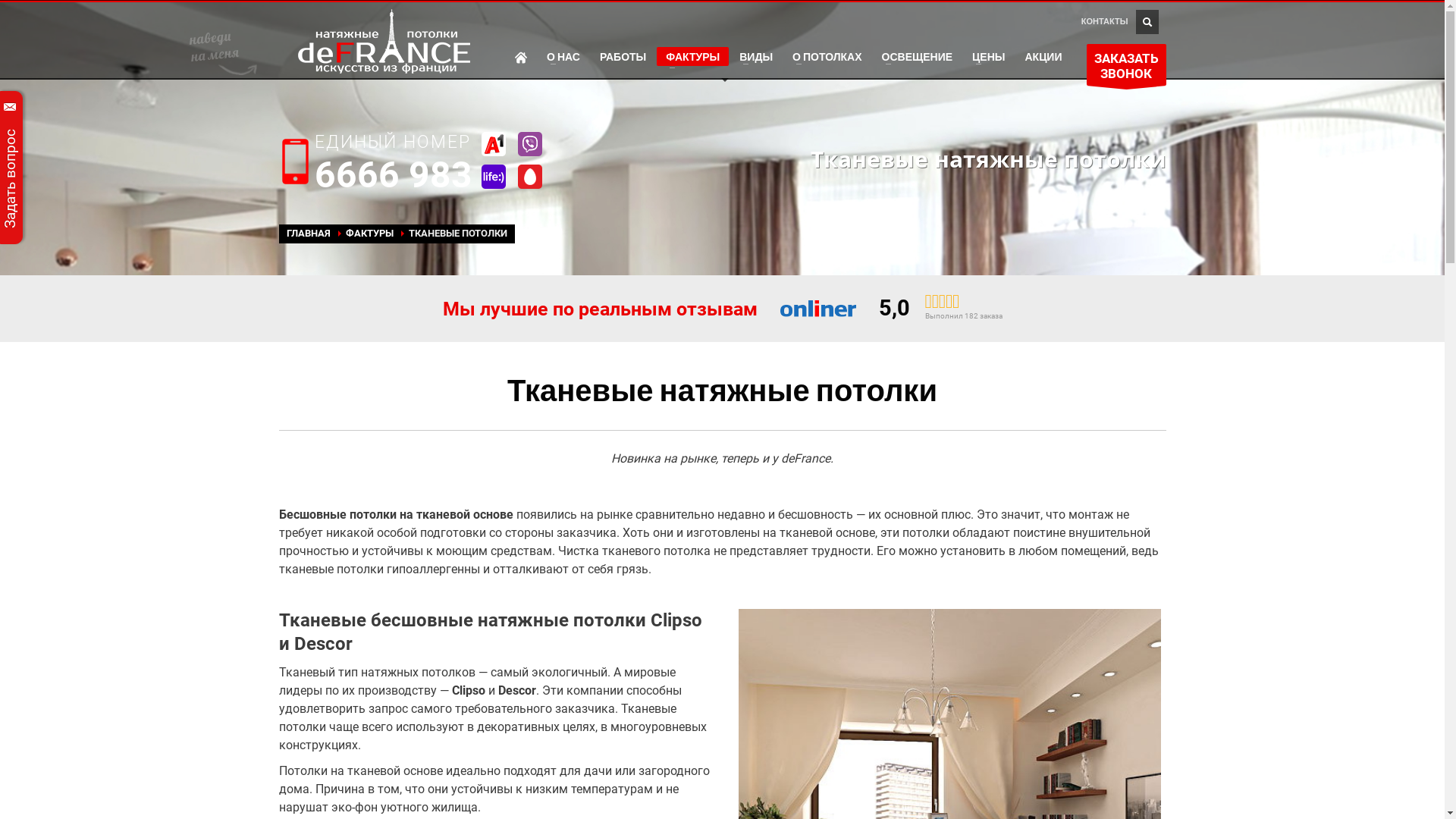  Describe the element at coordinates (529, 175) in the screenshot. I see `'MTS'` at that location.